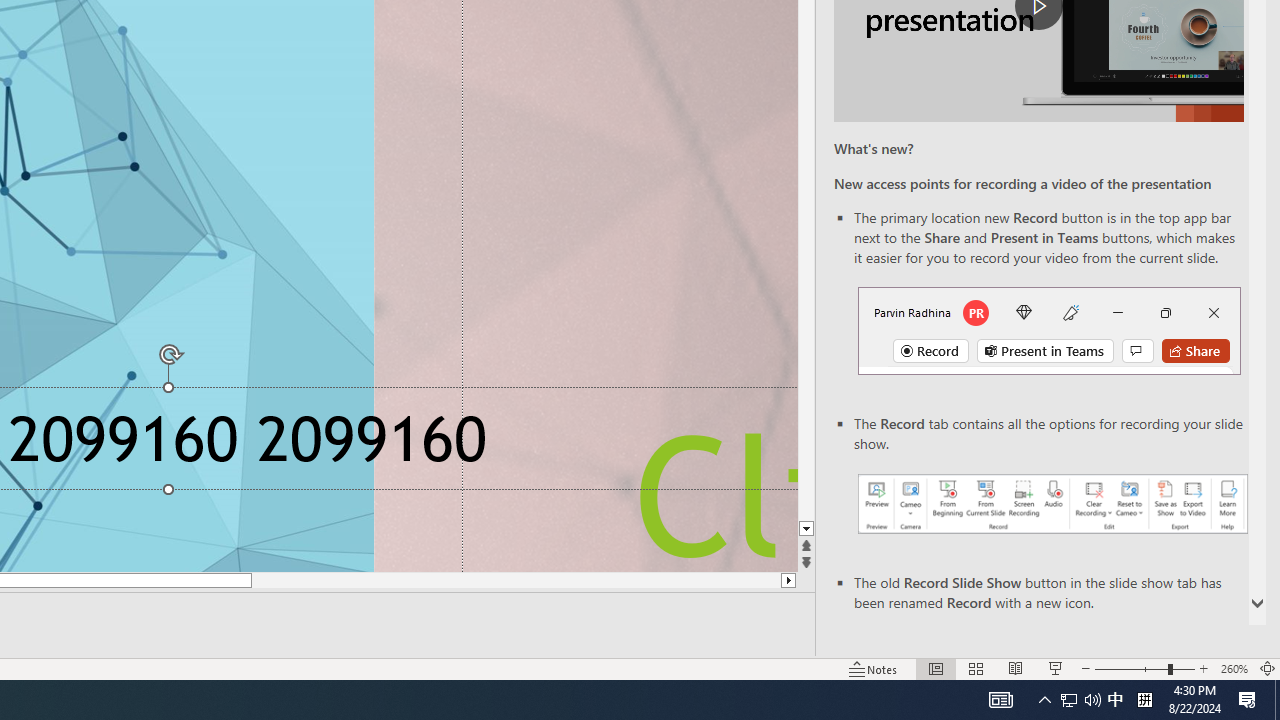 This screenshot has height=720, width=1280. I want to click on 'Zoom 260%', so click(1233, 669).